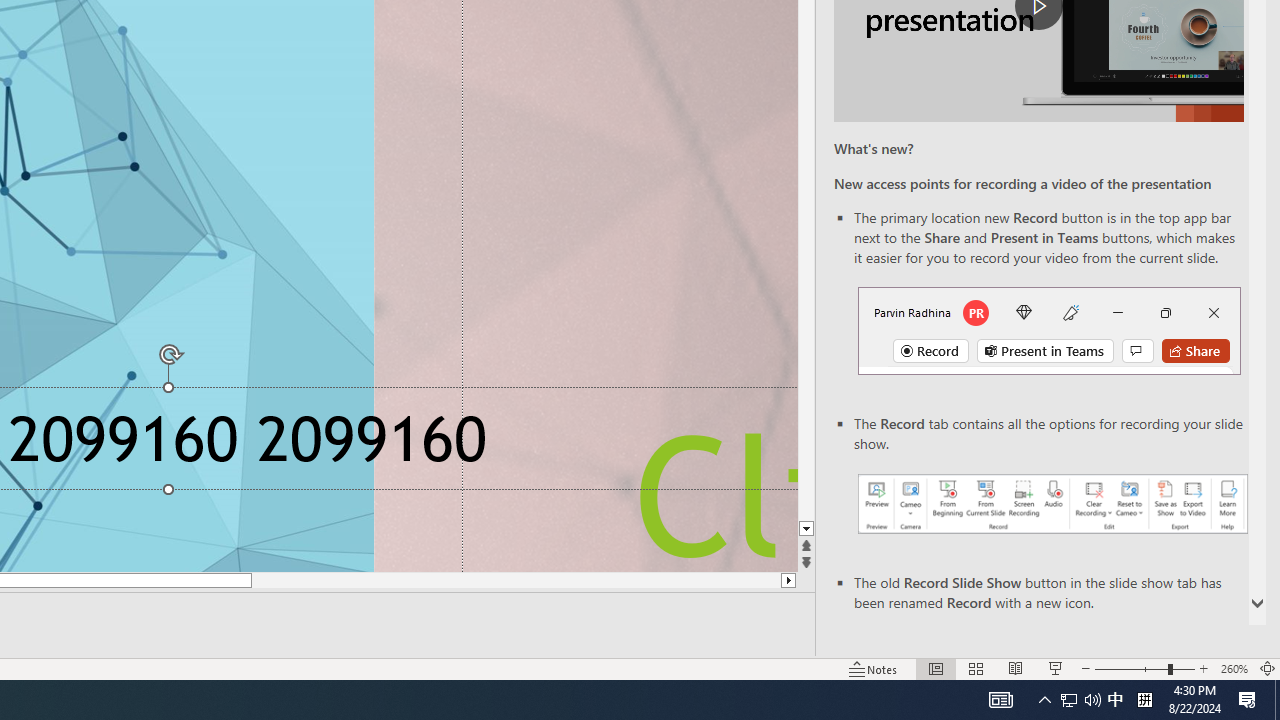 This screenshot has height=720, width=1280. I want to click on 'Zoom 260%', so click(1233, 669).